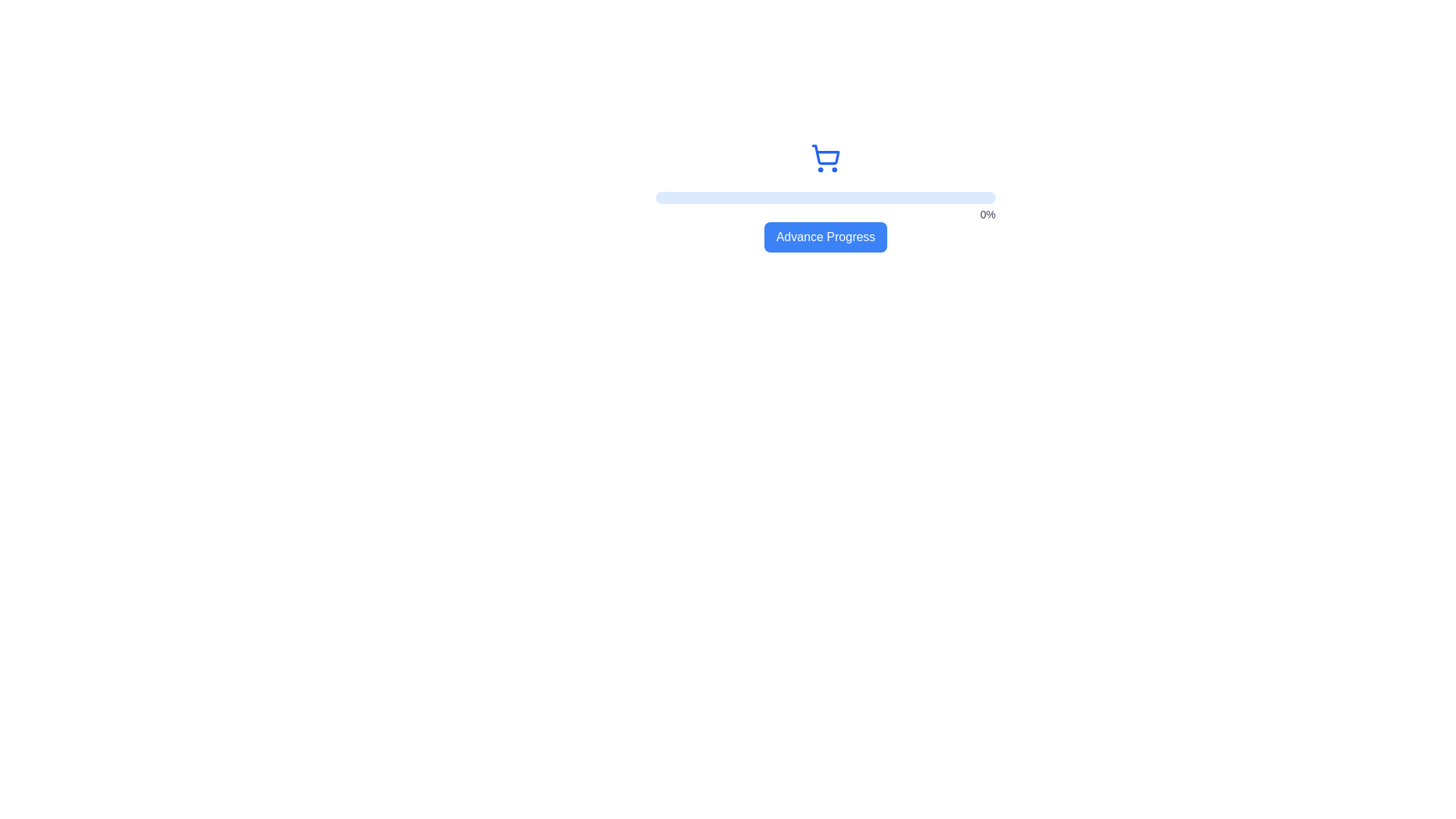  Describe the element at coordinates (825, 158) in the screenshot. I see `the shopping cart icon styled with blue color and round edges, located at the top center above the progress bar and the button labeled 'Advance Progress'` at that location.